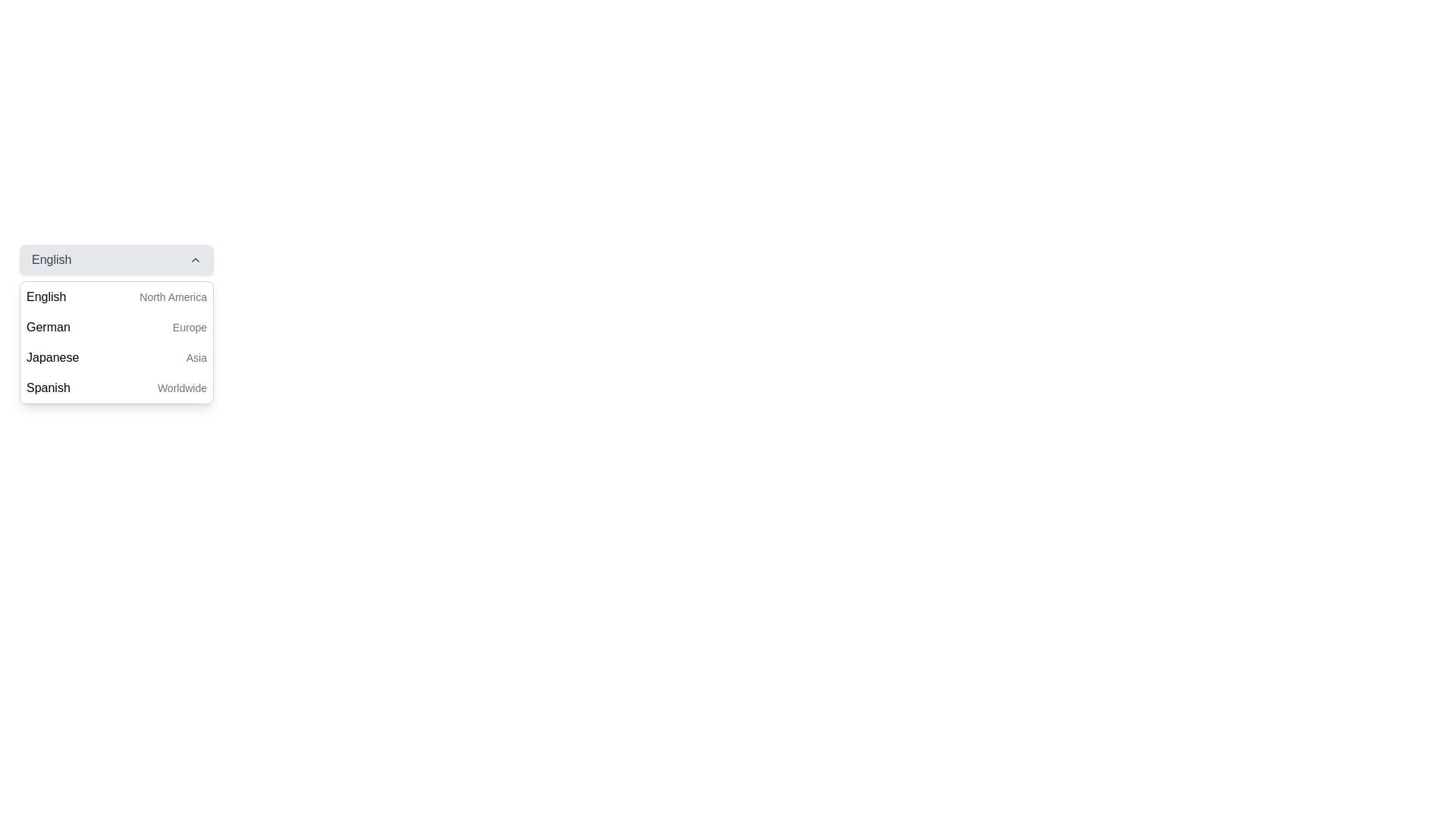  Describe the element at coordinates (115, 259) in the screenshot. I see `the dropdown menu that allows users to select their preferred language, currently set to 'English', to interact with it` at that location.